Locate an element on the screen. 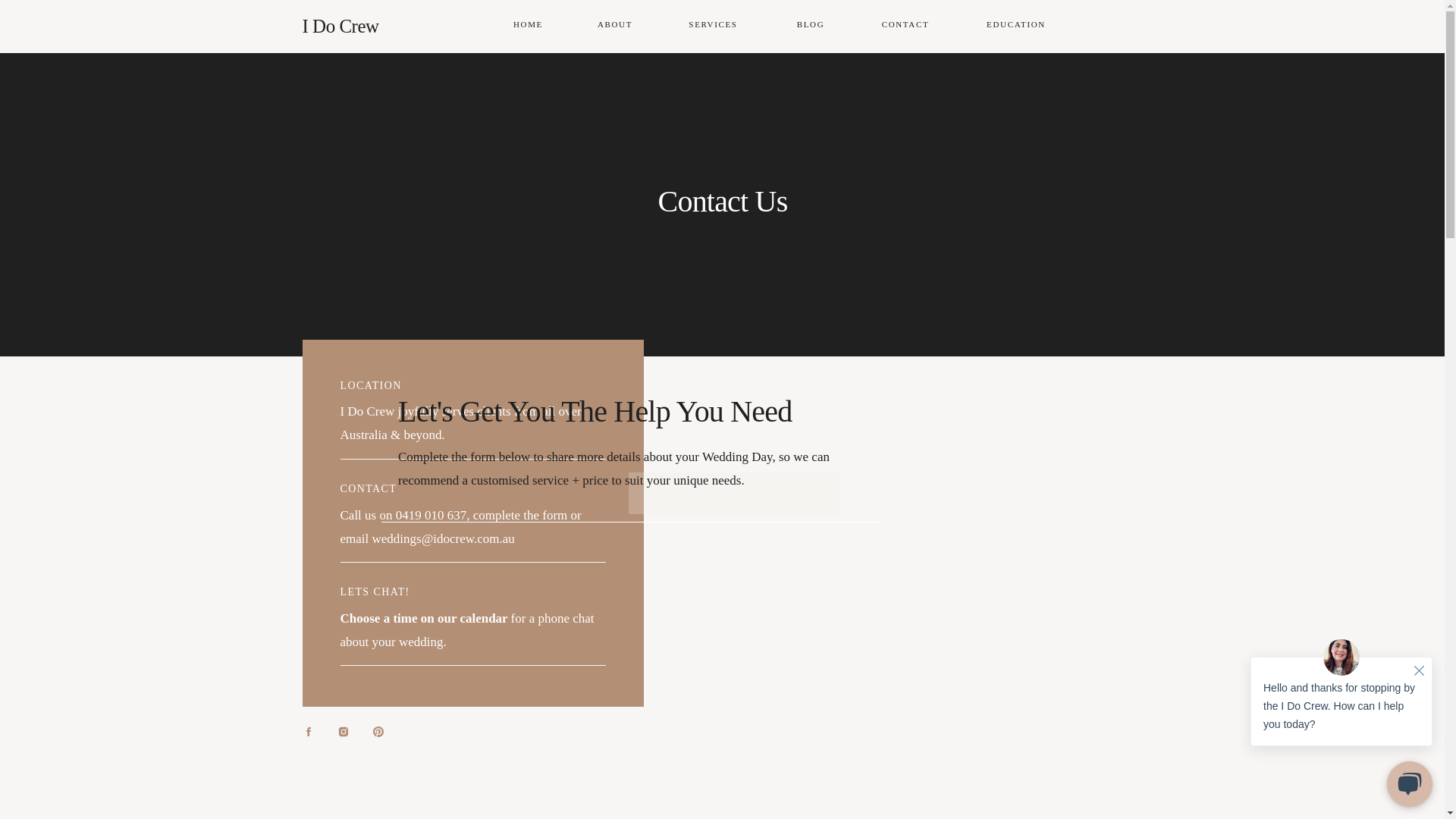 The width and height of the screenshot is (1456, 819). 'CONTACT' is located at coordinates (905, 26).